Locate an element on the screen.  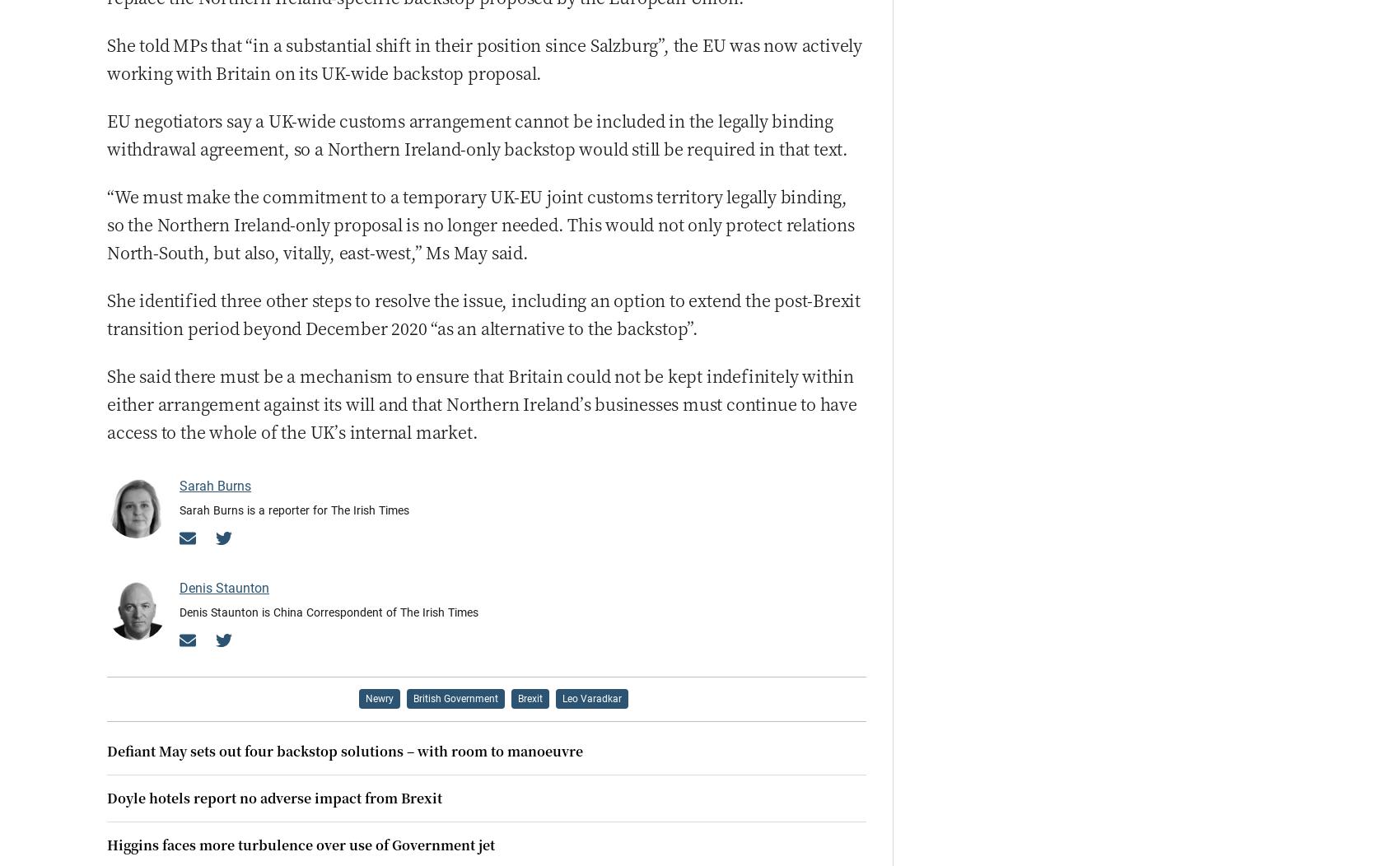
'Sarah Burns is a reporter for The Irish Times' is located at coordinates (293, 509).